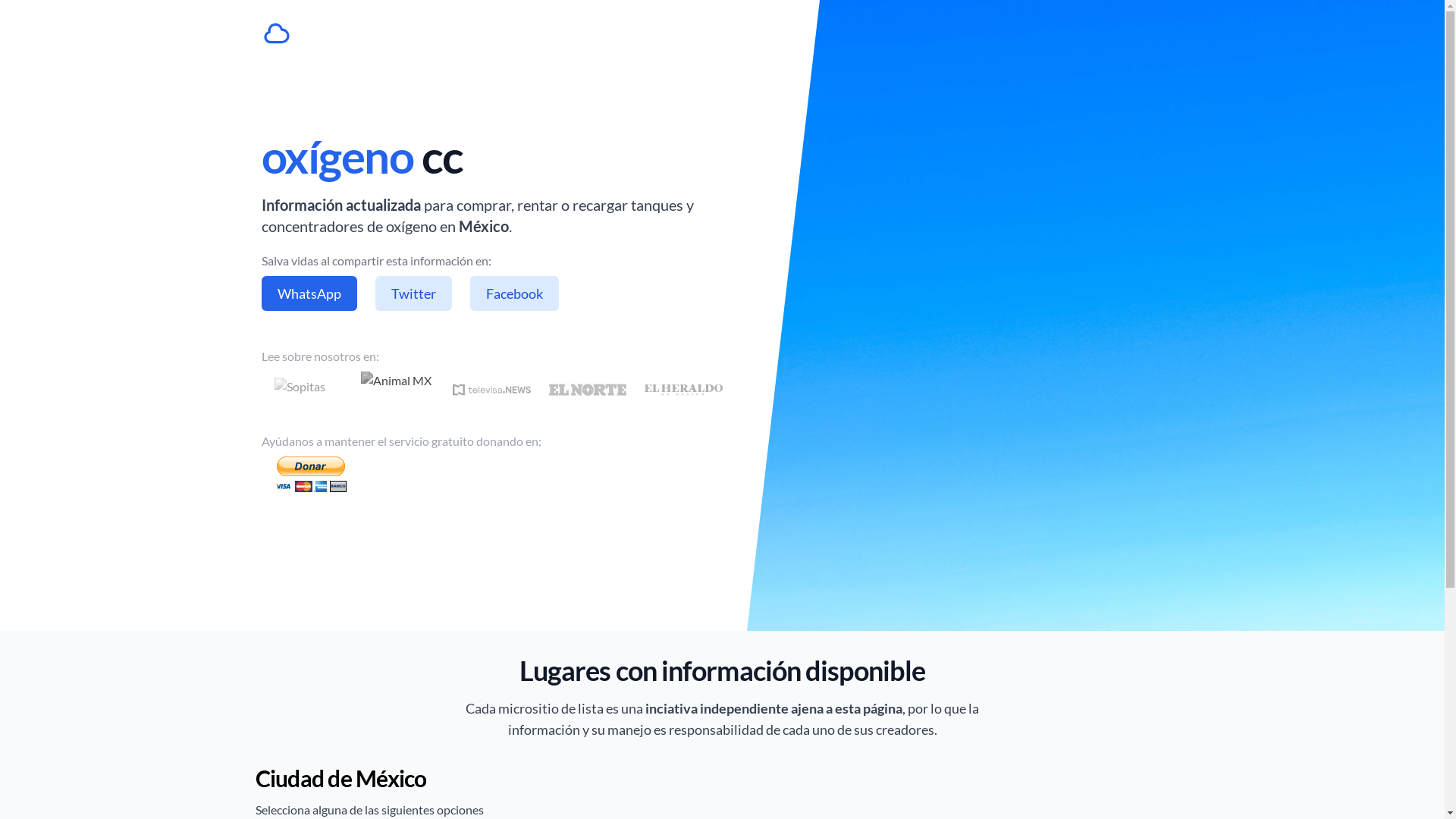  I want to click on 'Facebook', so click(469, 293).